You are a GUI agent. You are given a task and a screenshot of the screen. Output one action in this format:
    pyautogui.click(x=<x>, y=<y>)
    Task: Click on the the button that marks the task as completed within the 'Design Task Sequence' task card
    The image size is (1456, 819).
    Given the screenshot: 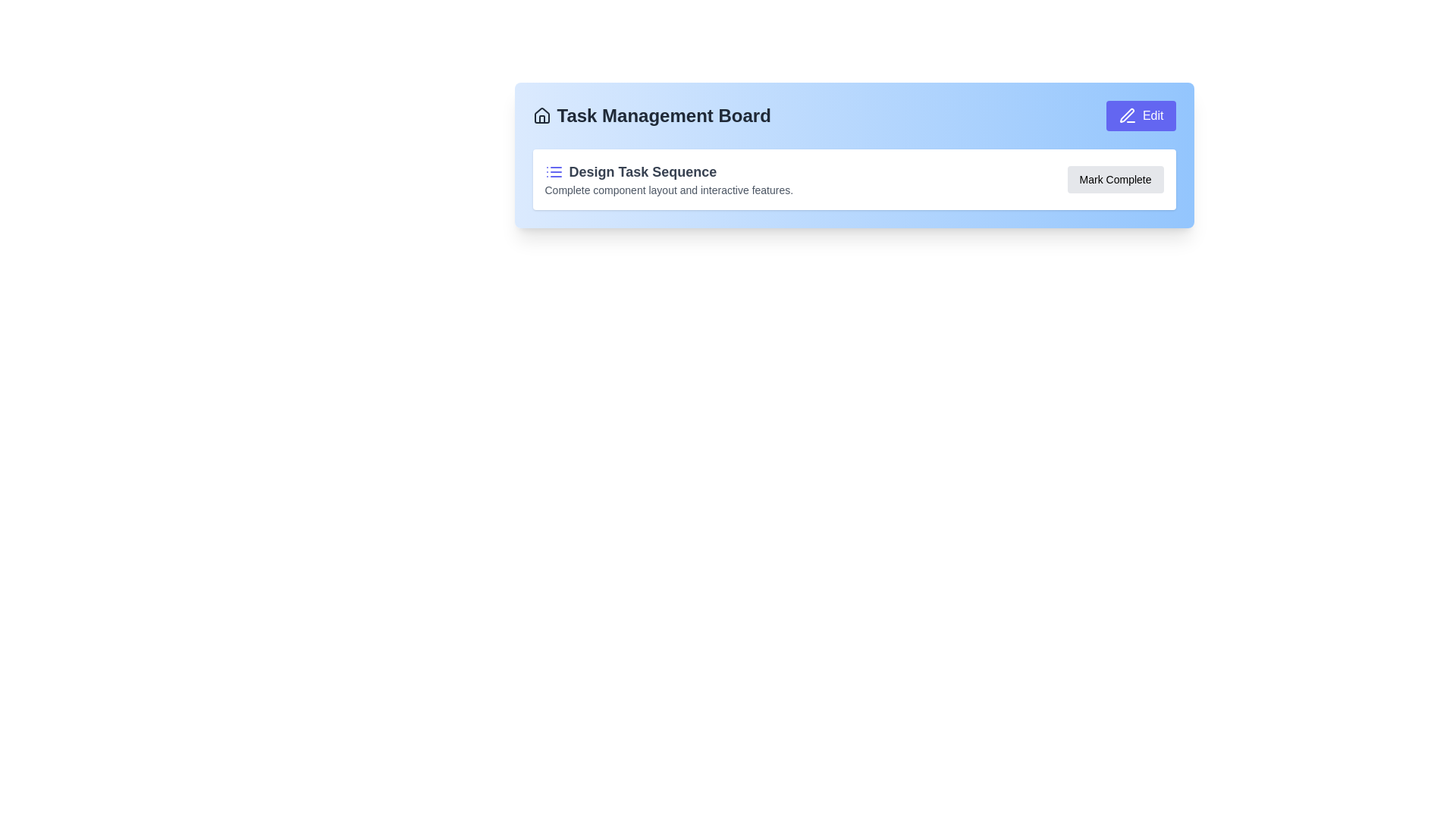 What is the action you would take?
    pyautogui.click(x=1116, y=178)
    